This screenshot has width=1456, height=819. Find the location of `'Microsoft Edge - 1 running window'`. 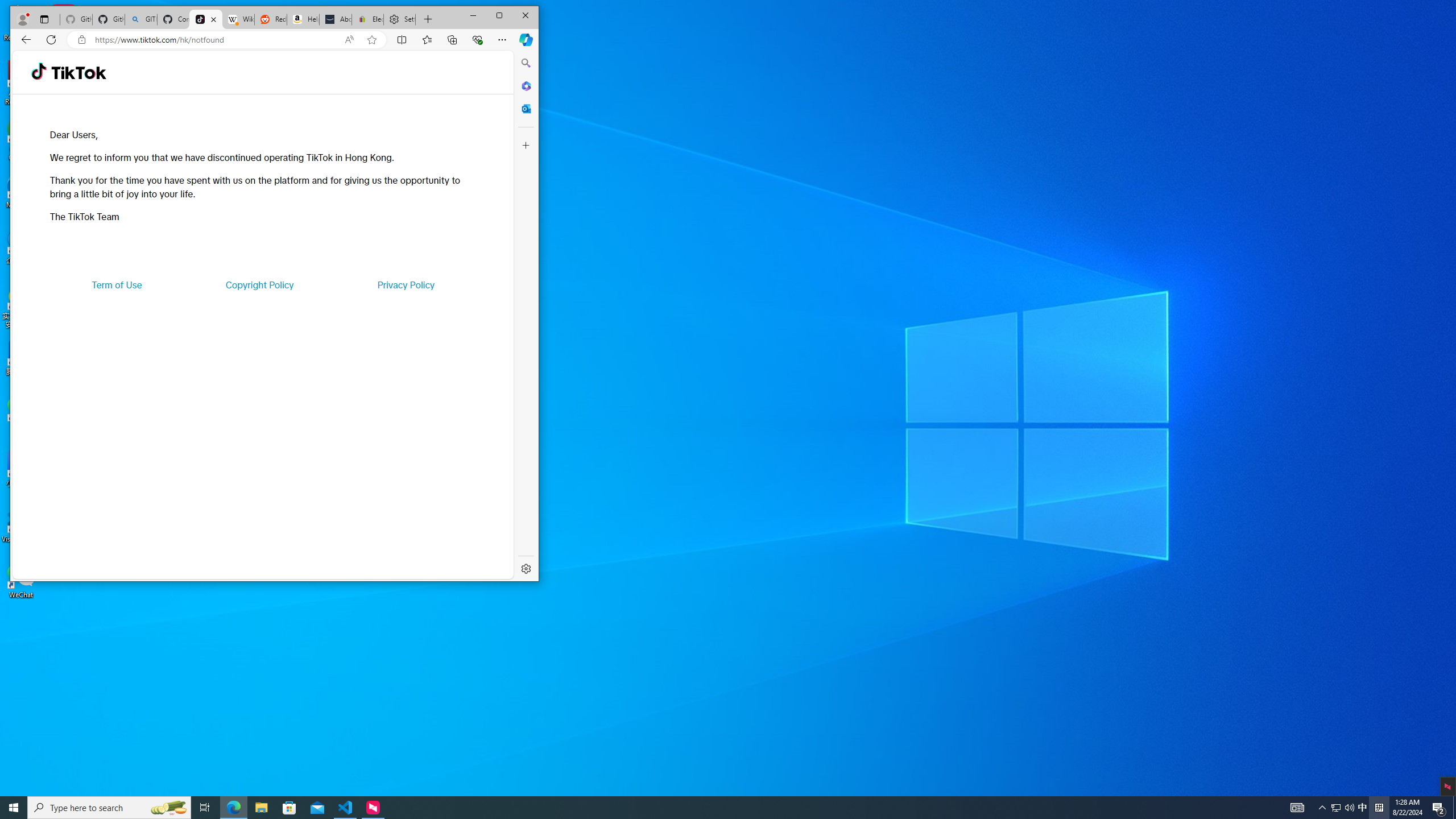

'Microsoft Edge - 1 running window' is located at coordinates (233, 806).